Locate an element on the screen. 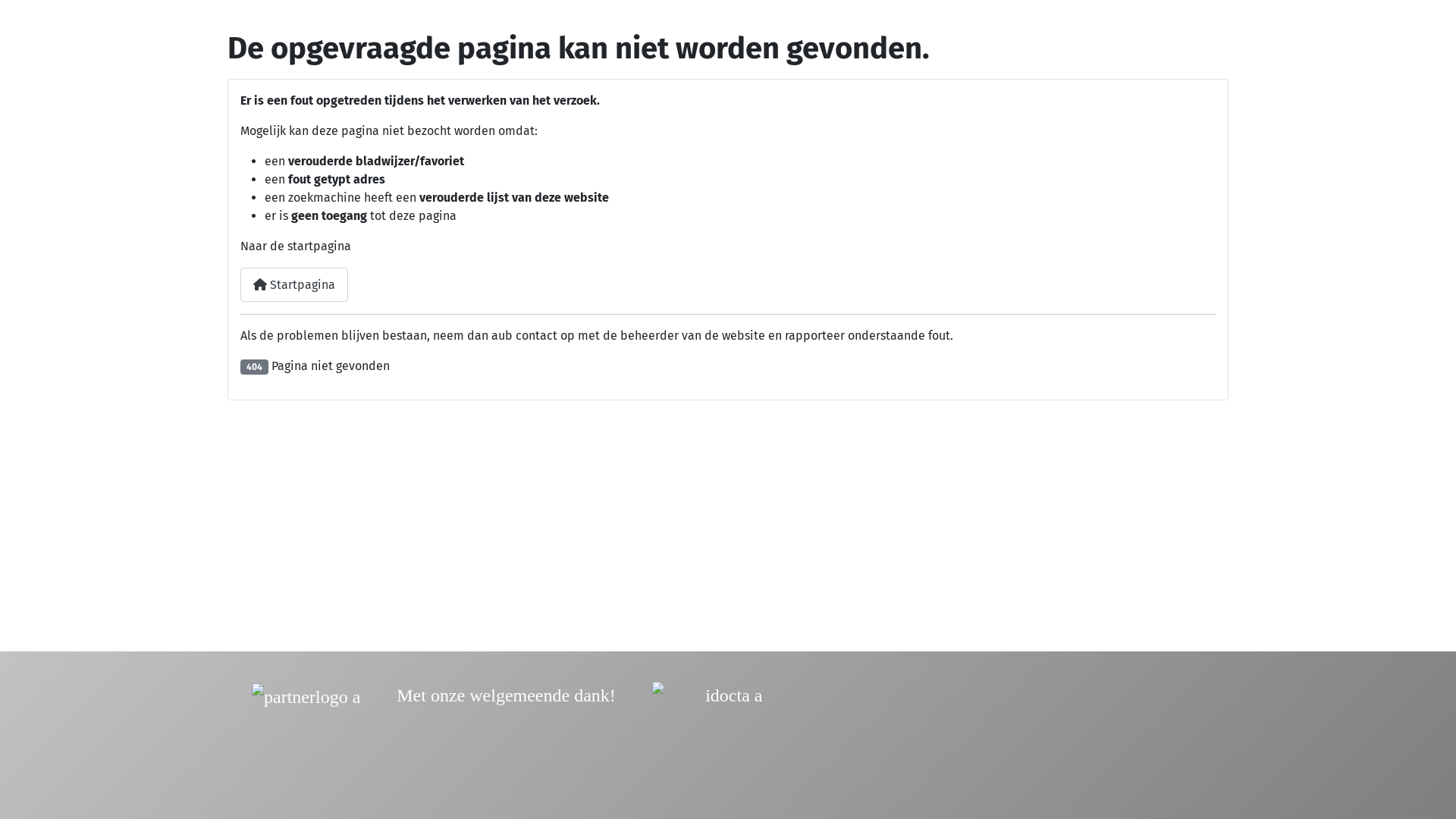 Image resolution: width=1456 pixels, height=819 pixels. 'Startpagina' is located at coordinates (239, 284).